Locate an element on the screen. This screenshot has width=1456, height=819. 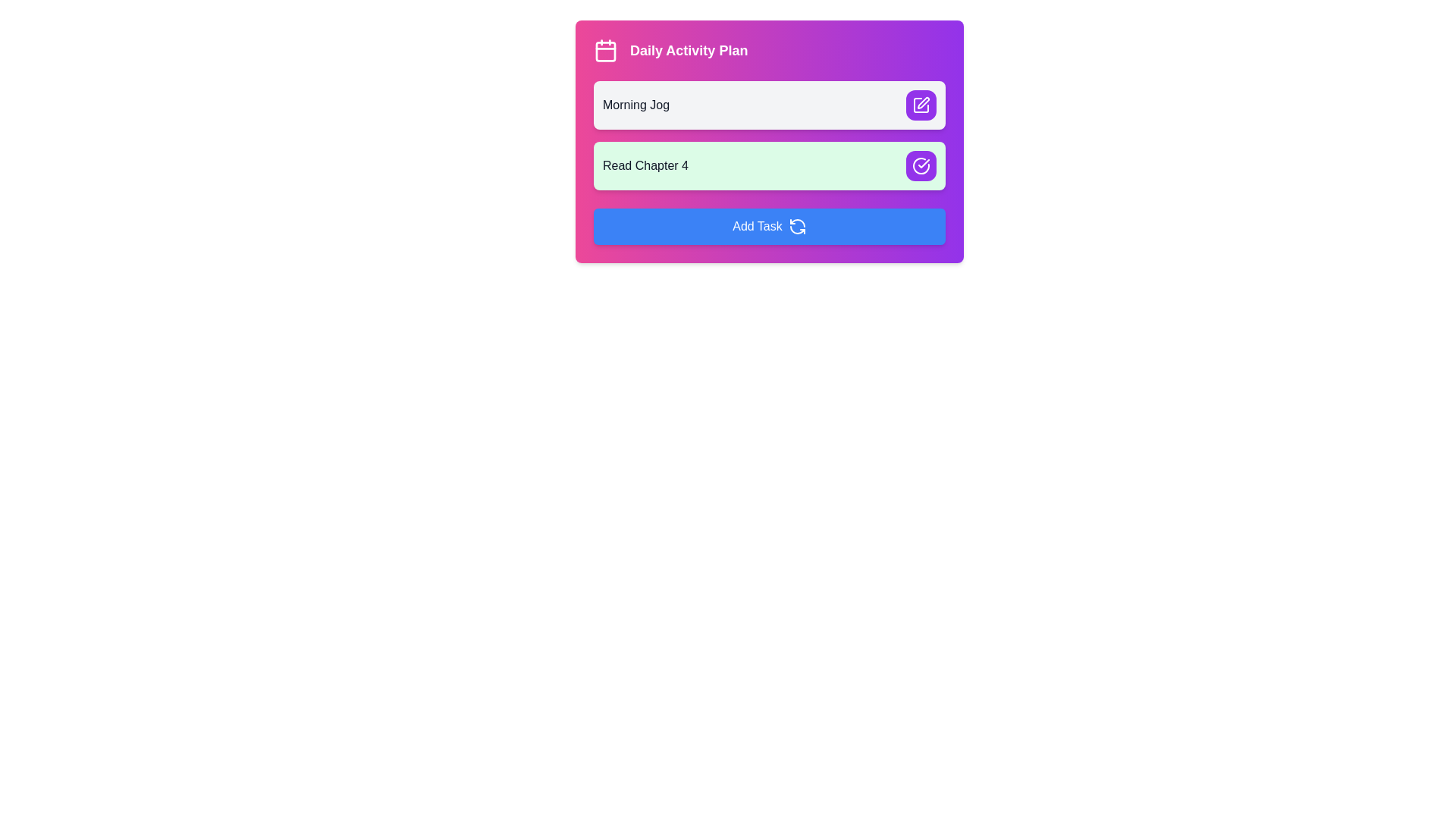
the tick mark icon within the circular checkmark icon located on the right side of the 'Read Chapter 4' task entry is located at coordinates (923, 164).